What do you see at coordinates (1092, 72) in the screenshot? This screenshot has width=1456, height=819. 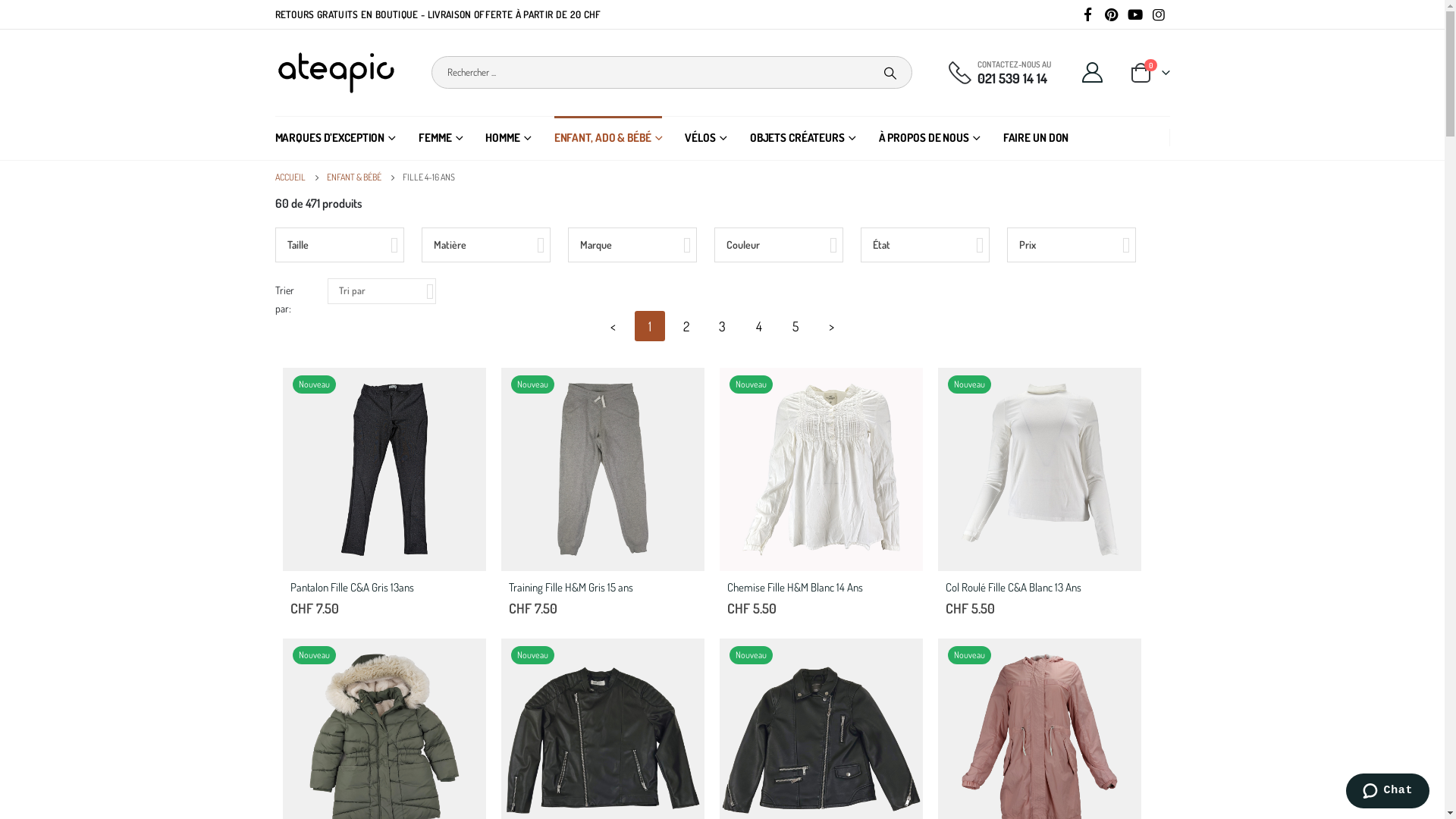 I see `'Mon compte'` at bounding box center [1092, 72].